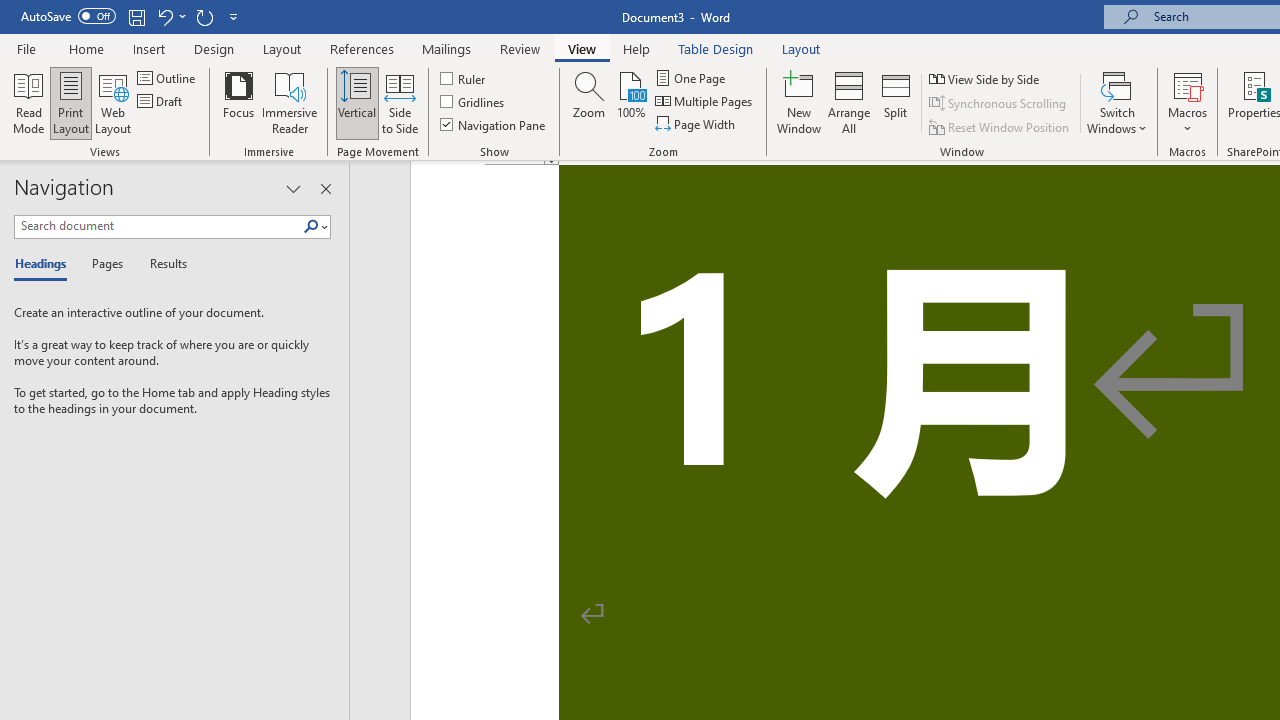 The width and height of the screenshot is (1280, 720). Describe the element at coordinates (168, 77) in the screenshot. I see `'Outline'` at that location.